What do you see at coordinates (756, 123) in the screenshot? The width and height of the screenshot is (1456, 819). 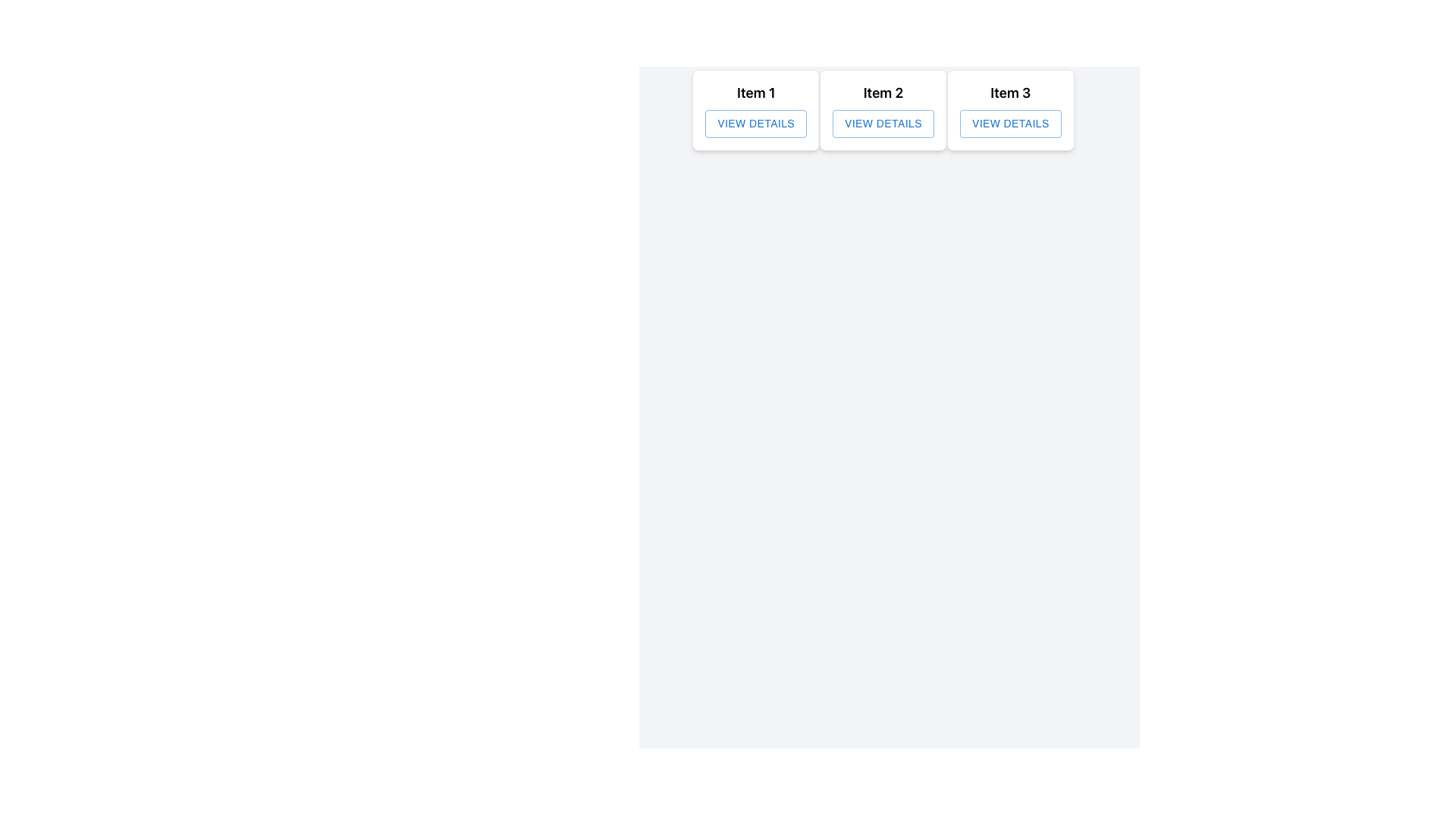 I see `the rectangular button labeled 'View Details' with a blue text and primary color outline, located below 'Item 1' in the grid` at bounding box center [756, 123].